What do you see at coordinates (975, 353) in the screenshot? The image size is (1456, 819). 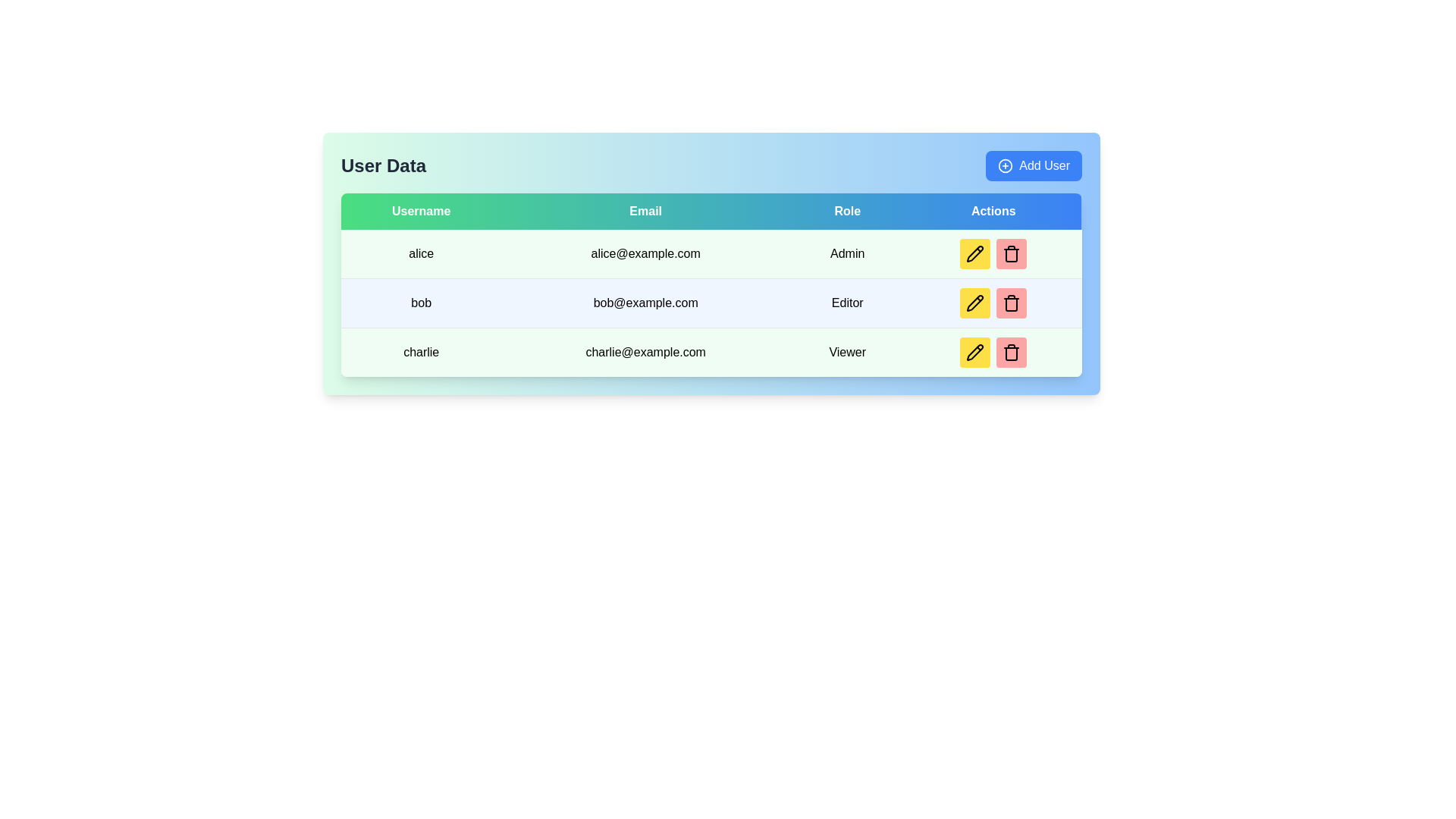 I see `the edit pencil icon in the actions column for the user 'charlie@example.com'` at bounding box center [975, 353].